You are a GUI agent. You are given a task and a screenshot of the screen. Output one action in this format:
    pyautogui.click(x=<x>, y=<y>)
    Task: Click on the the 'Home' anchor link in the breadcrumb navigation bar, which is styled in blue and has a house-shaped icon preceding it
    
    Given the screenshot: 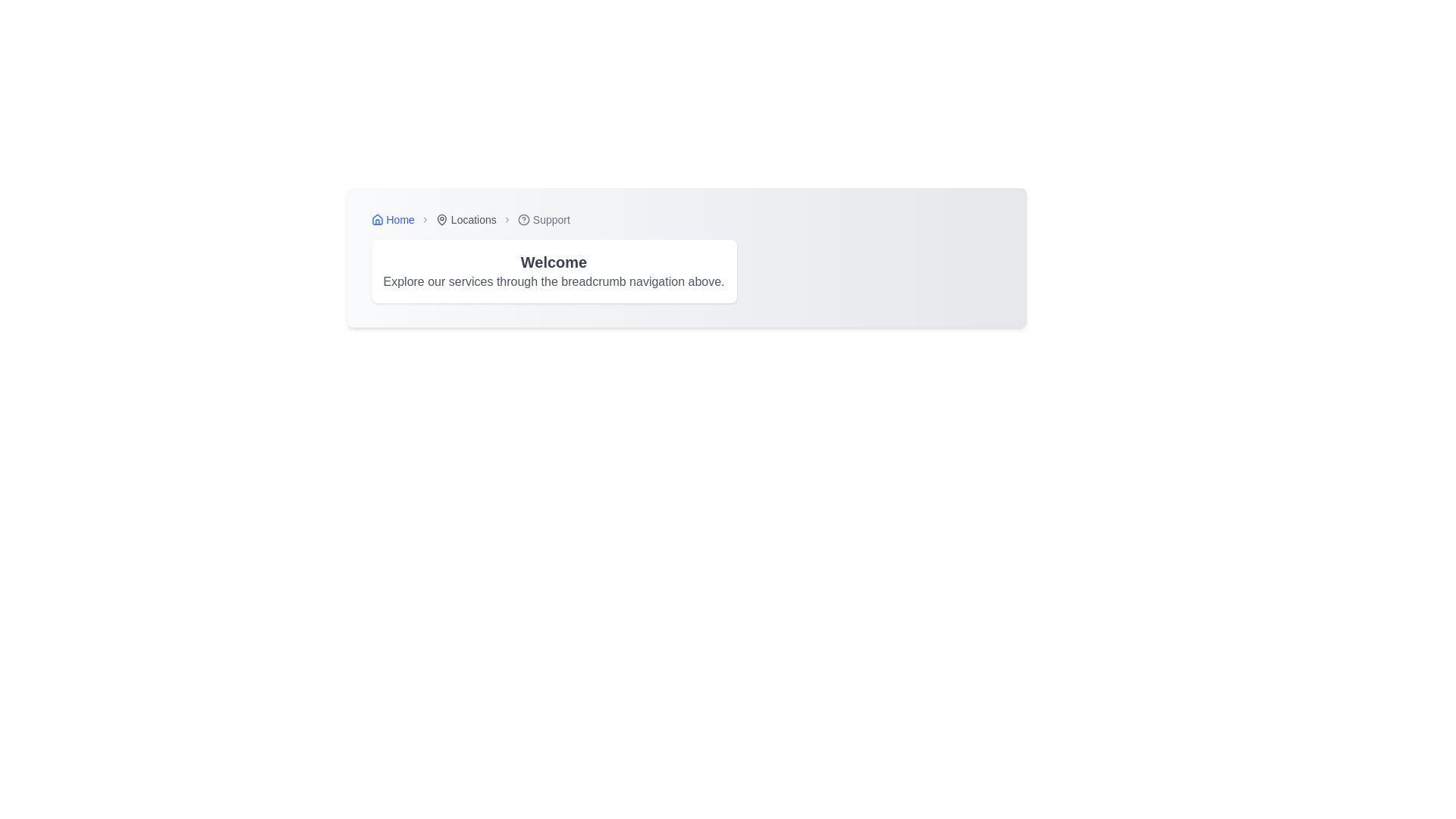 What is the action you would take?
    pyautogui.click(x=393, y=219)
    